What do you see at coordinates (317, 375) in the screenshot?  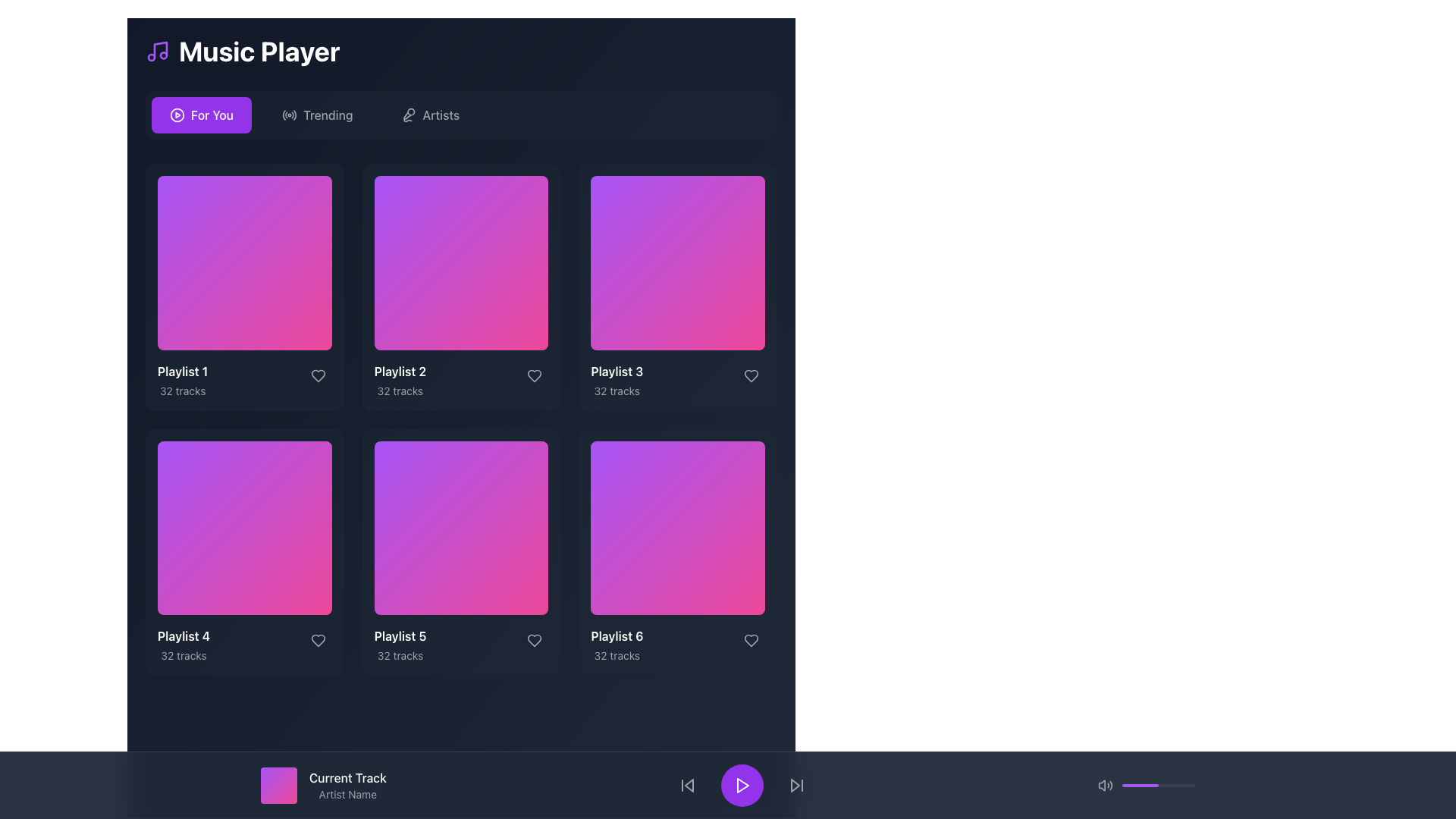 I see `the heart-shaped icon button representing the 'like' action, located adjacent to the lower-right corner of 'Playlist 1'` at bounding box center [317, 375].